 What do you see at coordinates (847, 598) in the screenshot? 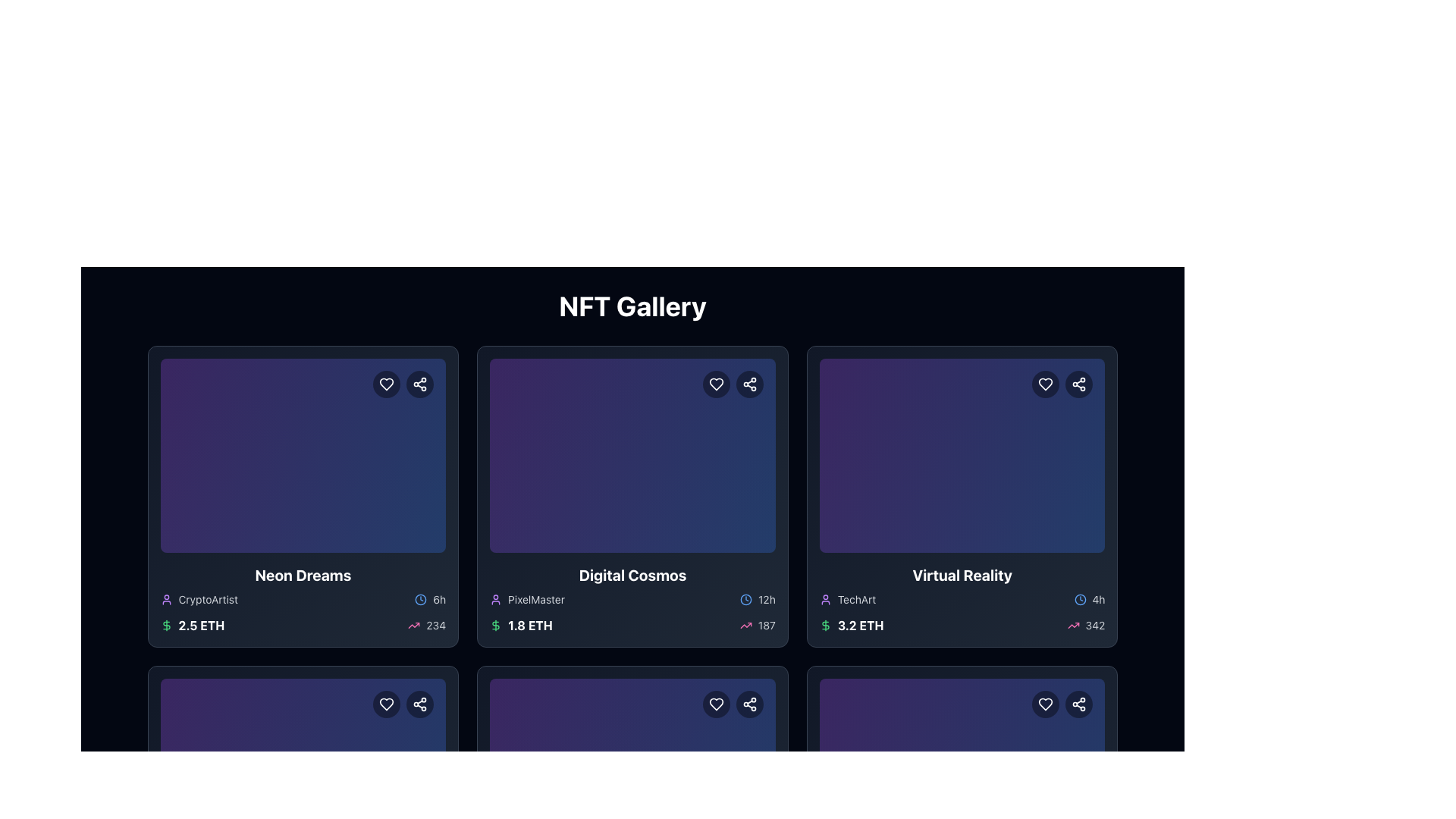
I see `text label displaying the name of the creator located in the lower section of the third tile in the top row of the NFT gallery, positioned above the monetary value '3.2 ETH' and next to a purple user icon` at bounding box center [847, 598].